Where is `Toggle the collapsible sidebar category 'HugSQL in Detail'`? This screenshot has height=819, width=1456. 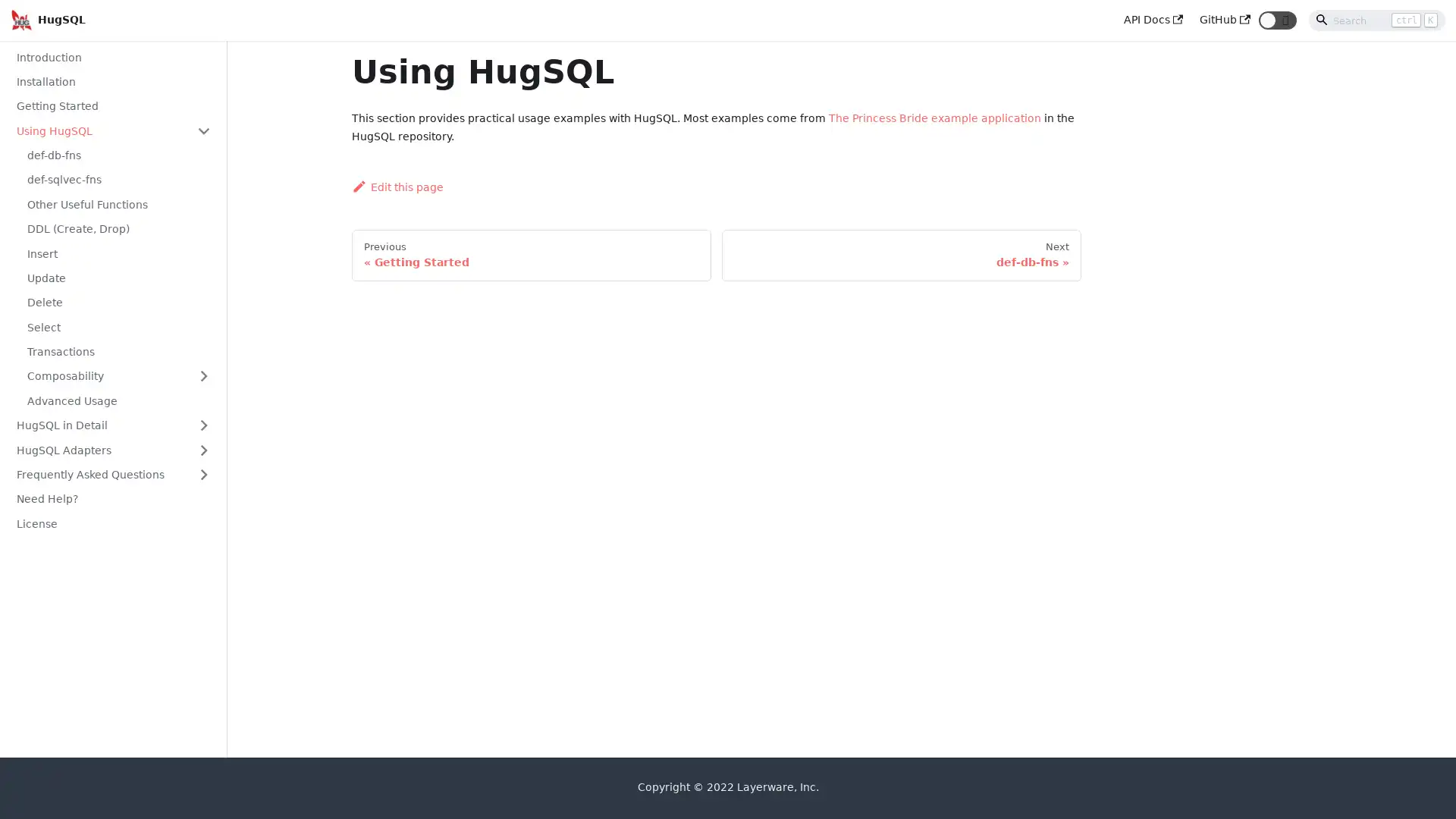 Toggle the collapsible sidebar category 'HugSQL in Detail' is located at coordinates (202, 425).